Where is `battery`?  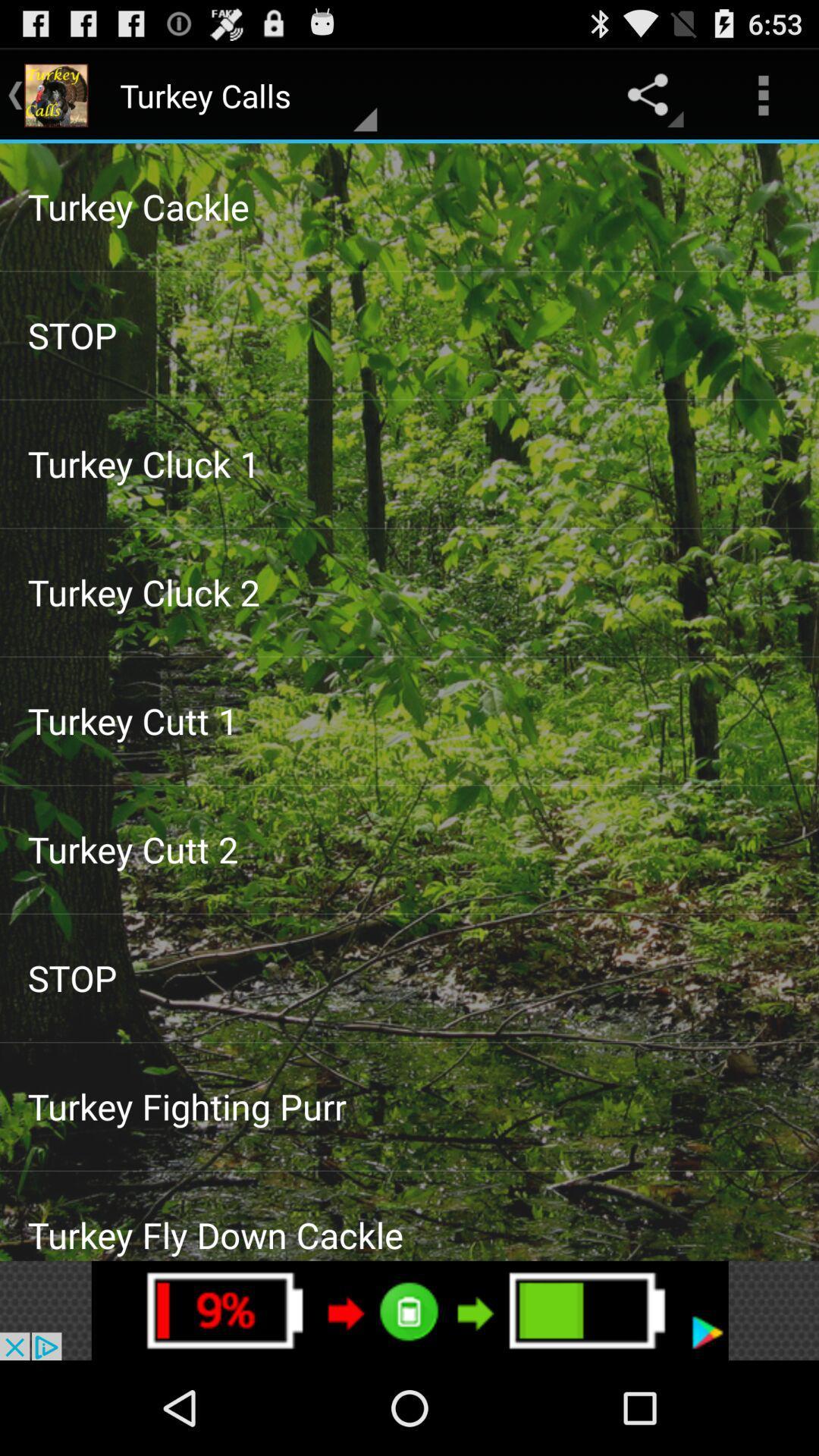
battery is located at coordinates (409, 1310).